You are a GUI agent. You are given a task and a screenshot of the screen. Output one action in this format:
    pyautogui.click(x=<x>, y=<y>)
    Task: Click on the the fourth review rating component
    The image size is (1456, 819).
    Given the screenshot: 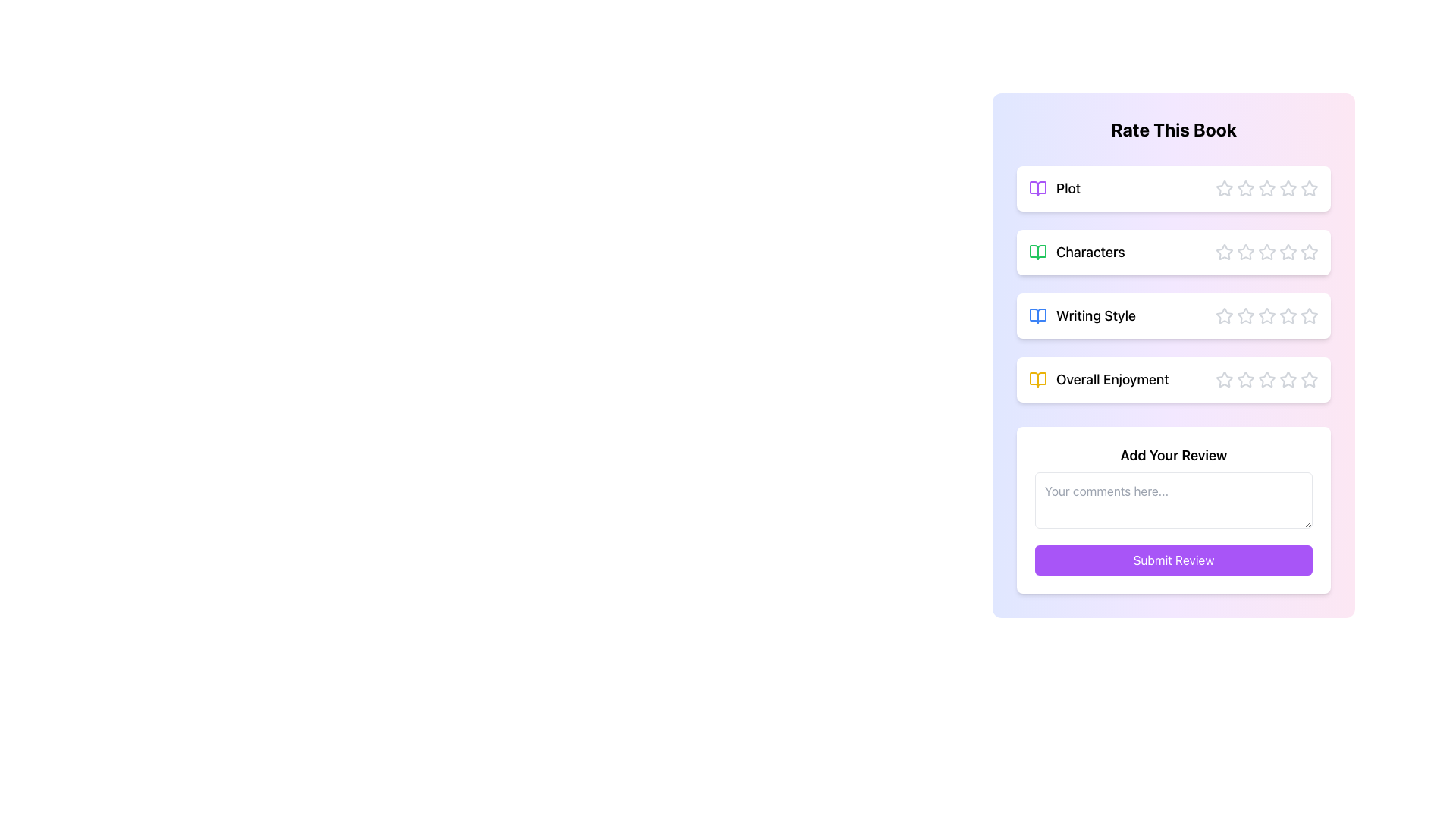 What is the action you would take?
    pyautogui.click(x=1173, y=379)
    